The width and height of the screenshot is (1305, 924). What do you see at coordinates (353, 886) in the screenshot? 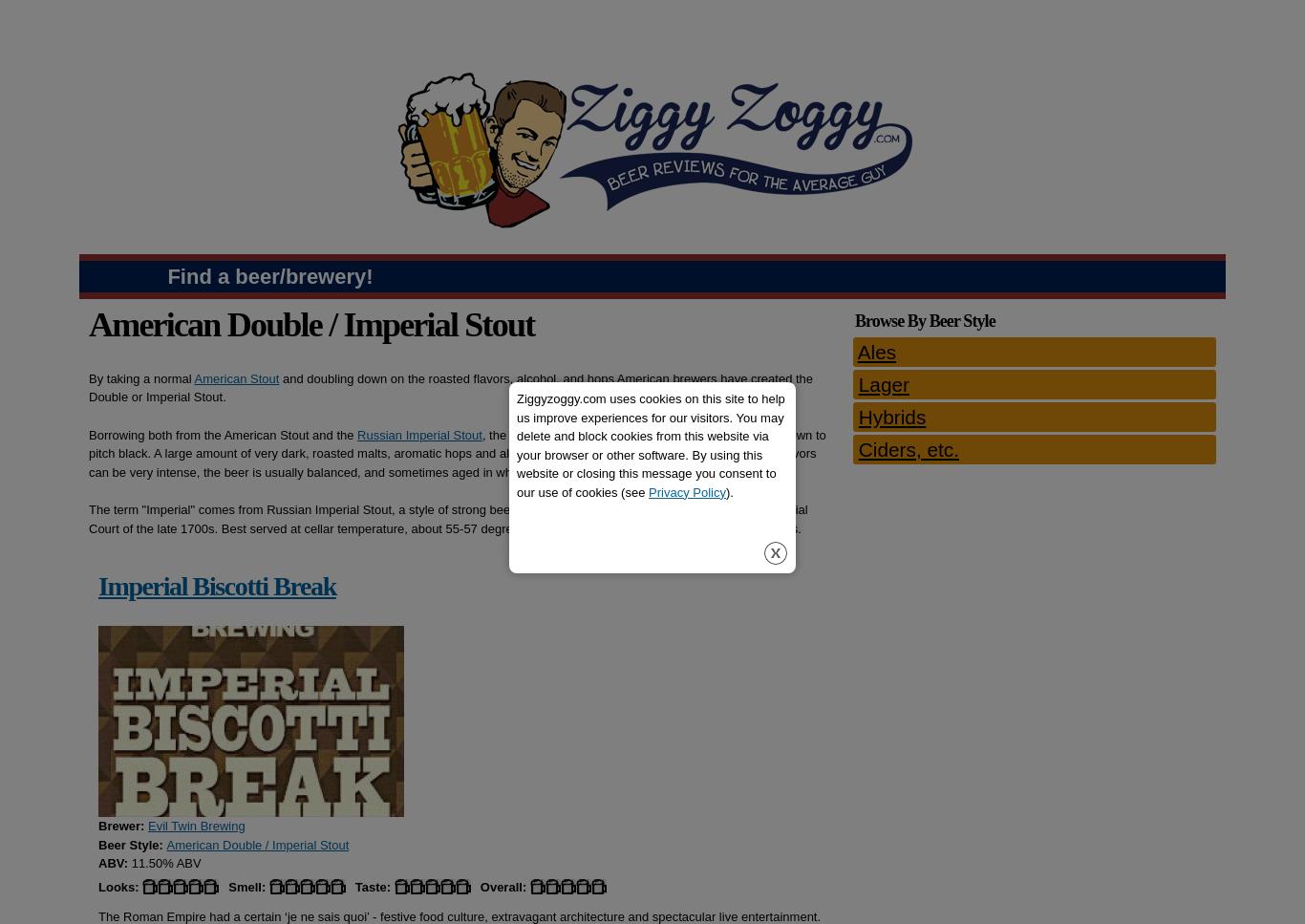
I see `'Taste:'` at bounding box center [353, 886].